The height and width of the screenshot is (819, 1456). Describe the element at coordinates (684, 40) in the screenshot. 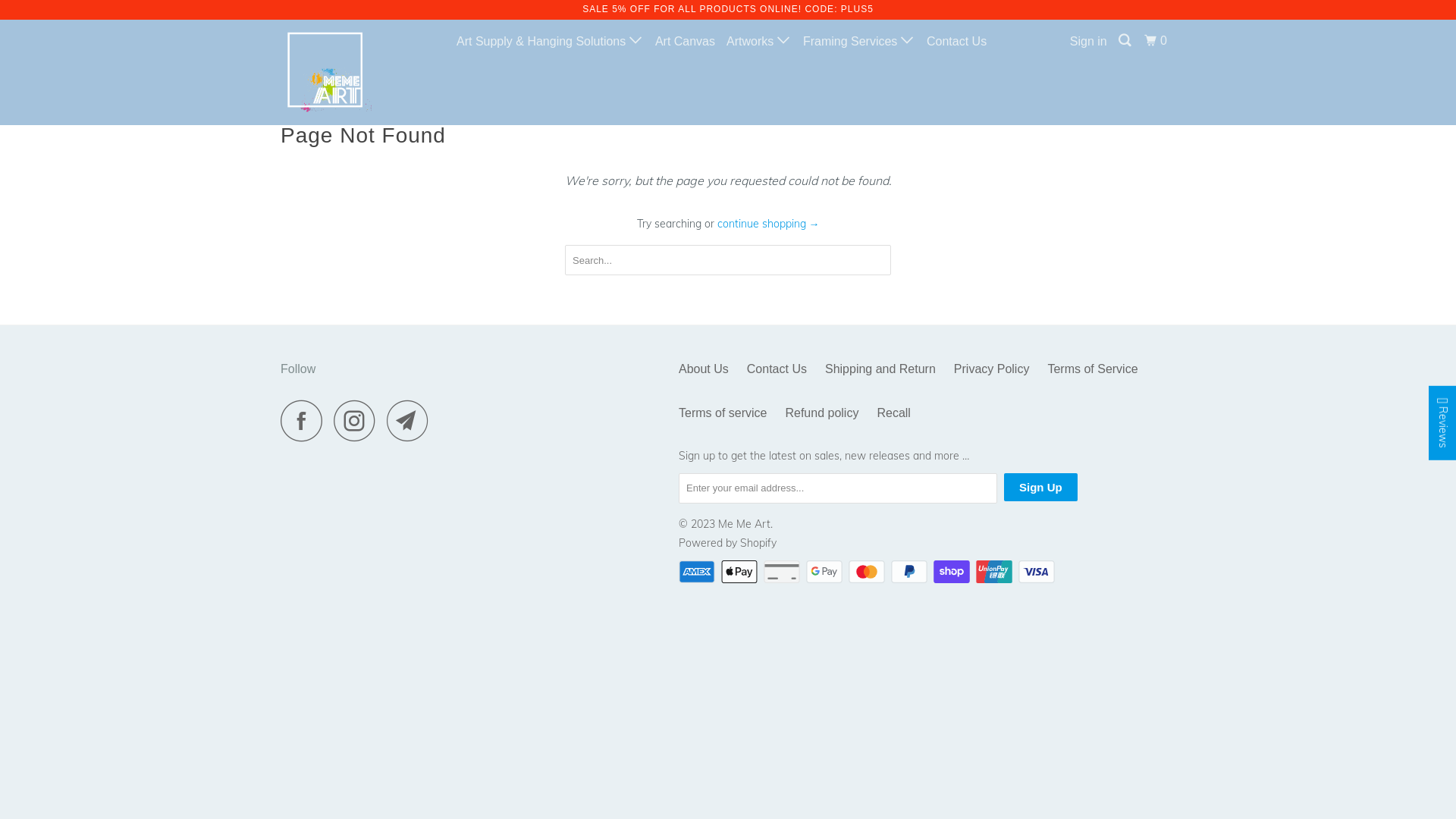

I see `'Art Canvas'` at that location.